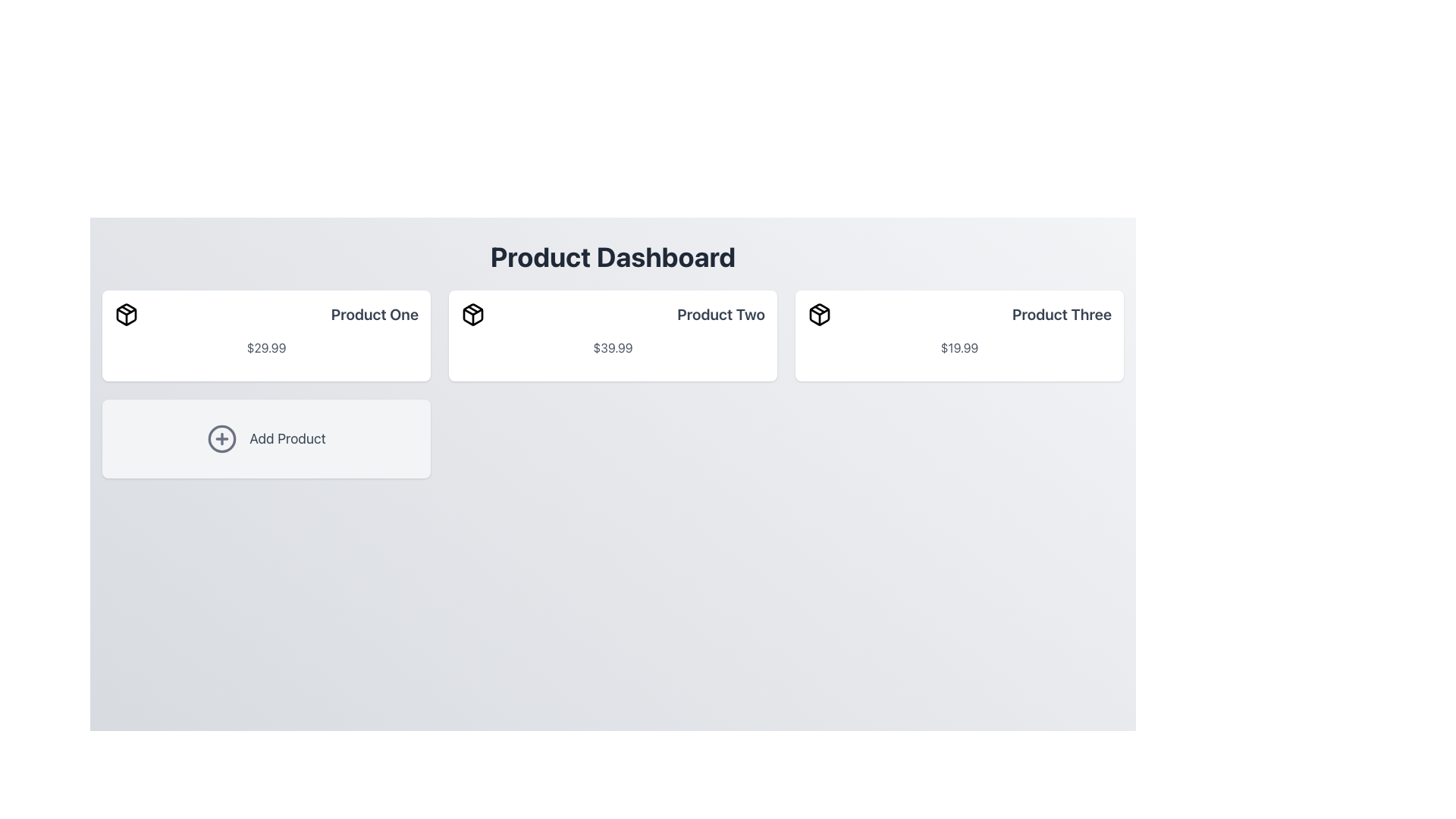 The height and width of the screenshot is (819, 1456). Describe the element at coordinates (720, 314) in the screenshot. I see `the text label reading 'Product Two', which is styled with a bold and larger font size in dark gray, located in the top-right part of the second product card` at that location.